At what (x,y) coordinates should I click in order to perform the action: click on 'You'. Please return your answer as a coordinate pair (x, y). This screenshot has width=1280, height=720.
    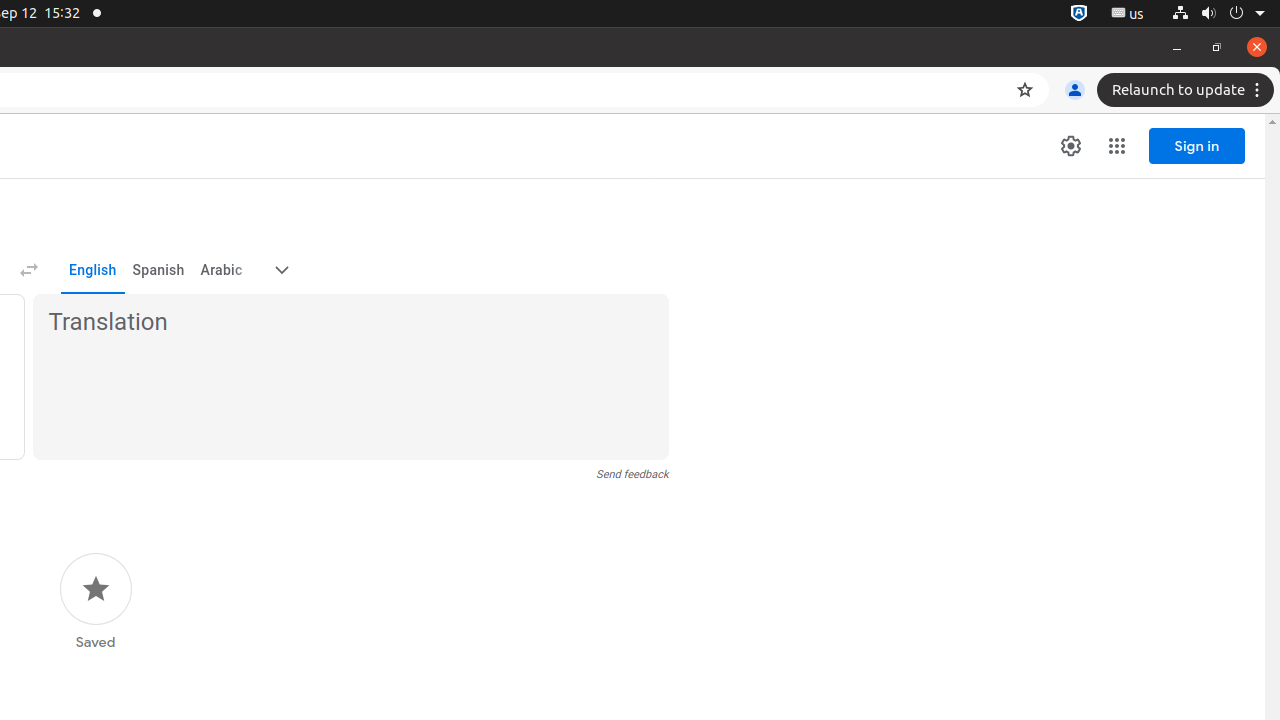
    Looking at the image, I should click on (1073, 90).